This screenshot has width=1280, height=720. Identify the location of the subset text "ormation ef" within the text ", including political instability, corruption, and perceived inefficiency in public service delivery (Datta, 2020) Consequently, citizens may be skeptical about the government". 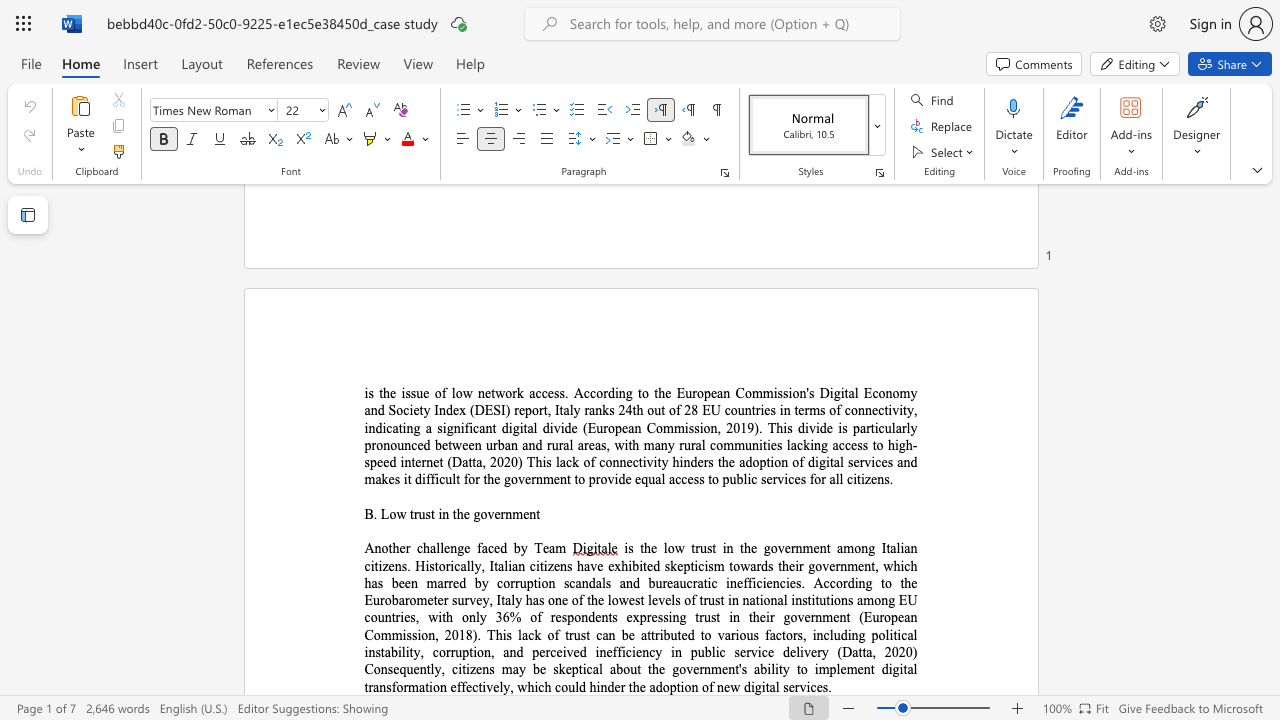
(396, 686).